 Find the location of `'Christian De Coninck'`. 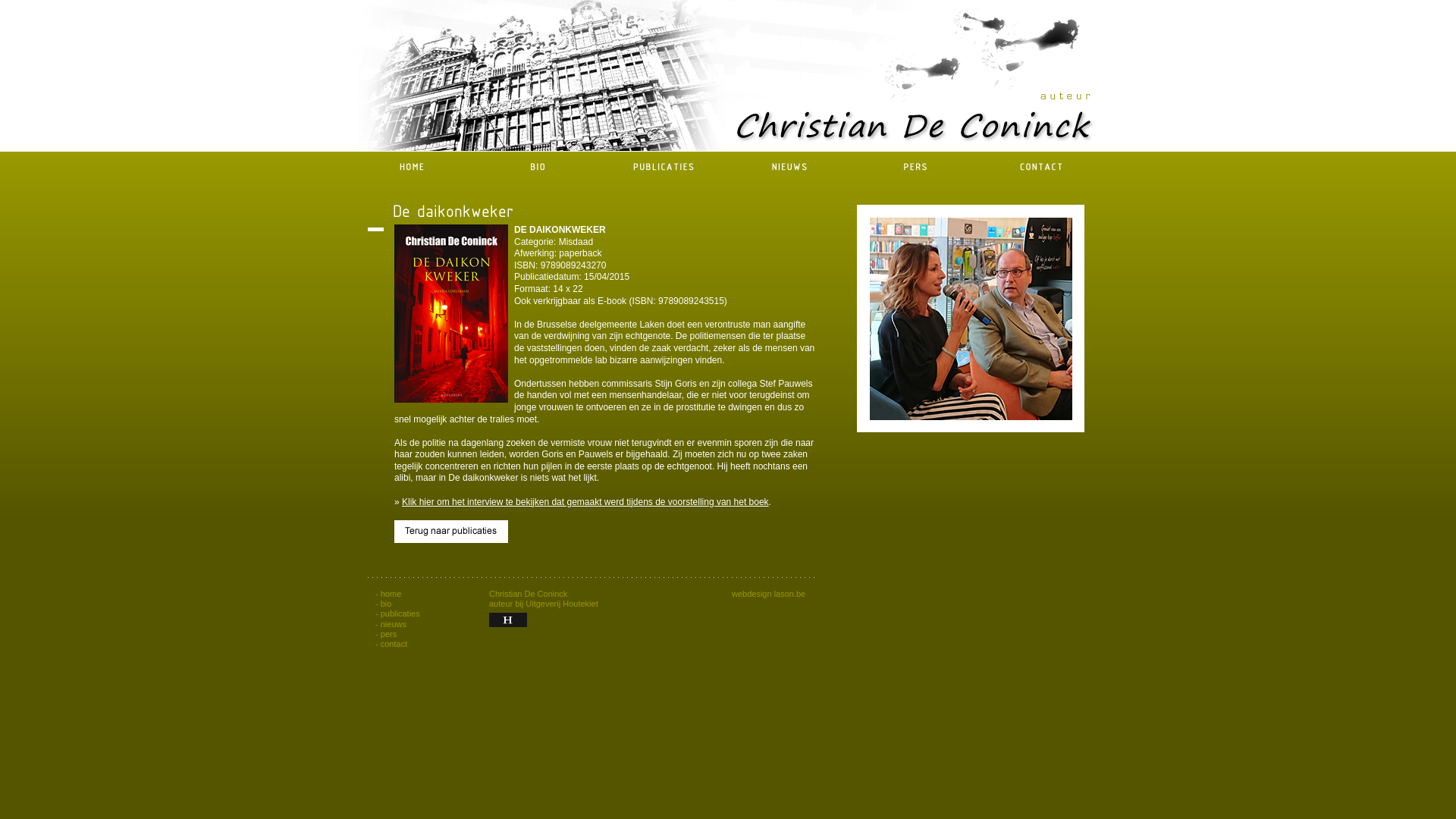

'Christian De Coninck' is located at coordinates (856, 318).